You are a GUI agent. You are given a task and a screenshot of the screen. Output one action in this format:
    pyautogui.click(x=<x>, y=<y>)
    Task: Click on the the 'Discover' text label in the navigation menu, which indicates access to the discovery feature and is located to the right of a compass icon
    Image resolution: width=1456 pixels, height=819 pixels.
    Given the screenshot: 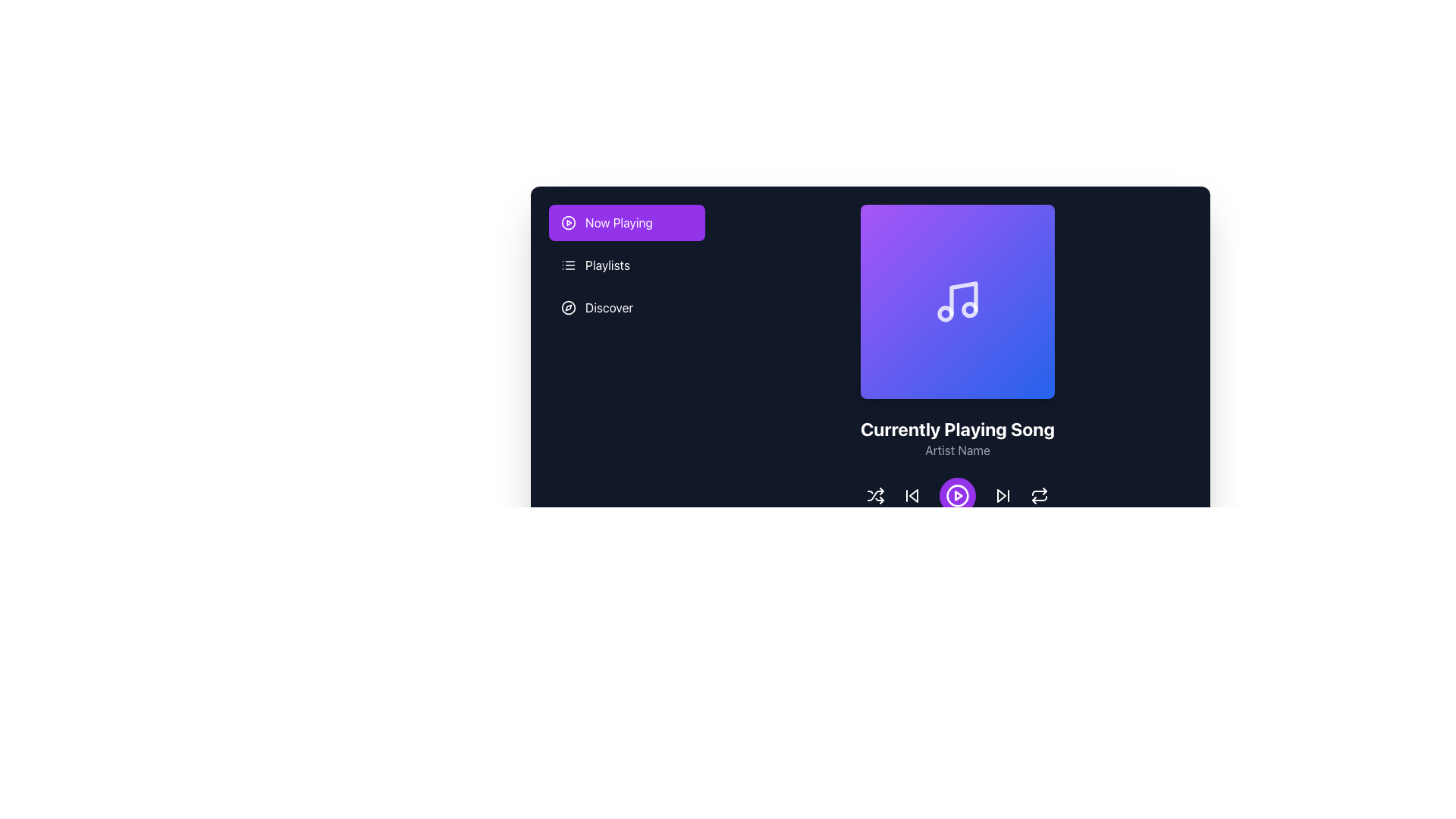 What is the action you would take?
    pyautogui.click(x=609, y=307)
    